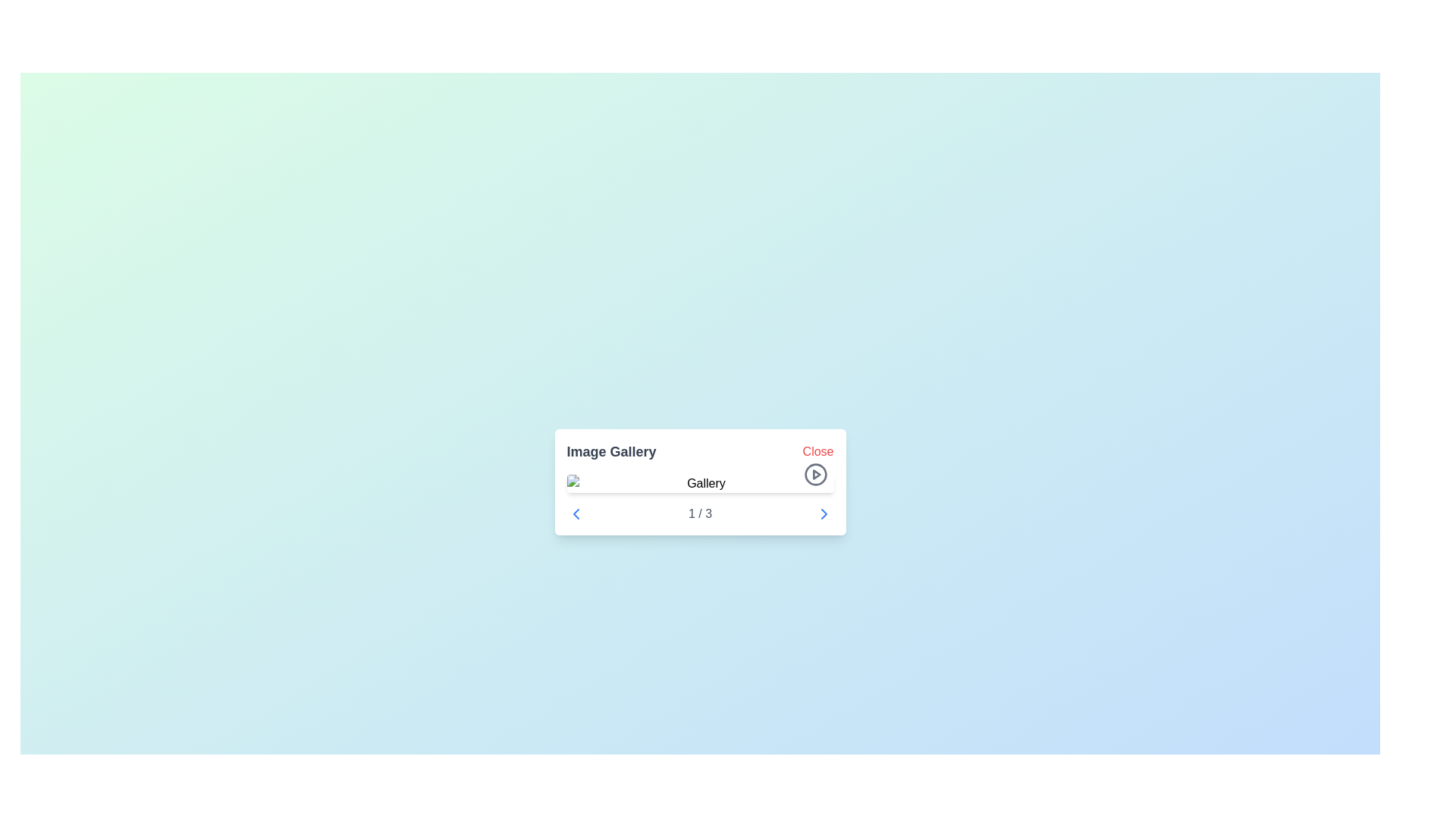 The height and width of the screenshot is (819, 1456). Describe the element at coordinates (699, 513) in the screenshot. I see `the left arrow of the Pagination Control located at the bottom of the 'Image Gallery' modal` at that location.